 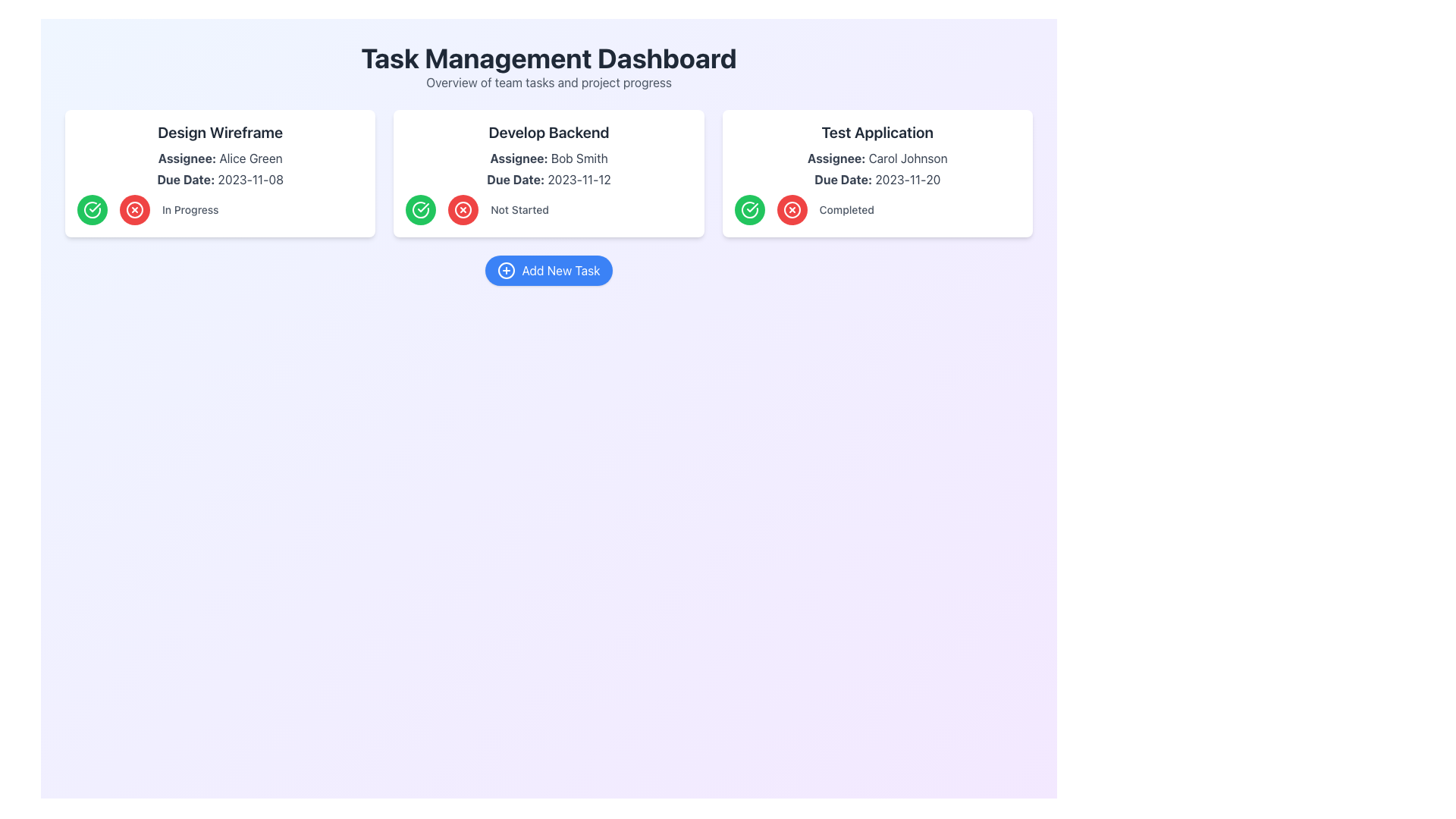 What do you see at coordinates (548, 131) in the screenshot?
I see `the Text Label that presents the title 'Develop Backend', located at the top center of the middle card in the task management system` at bounding box center [548, 131].